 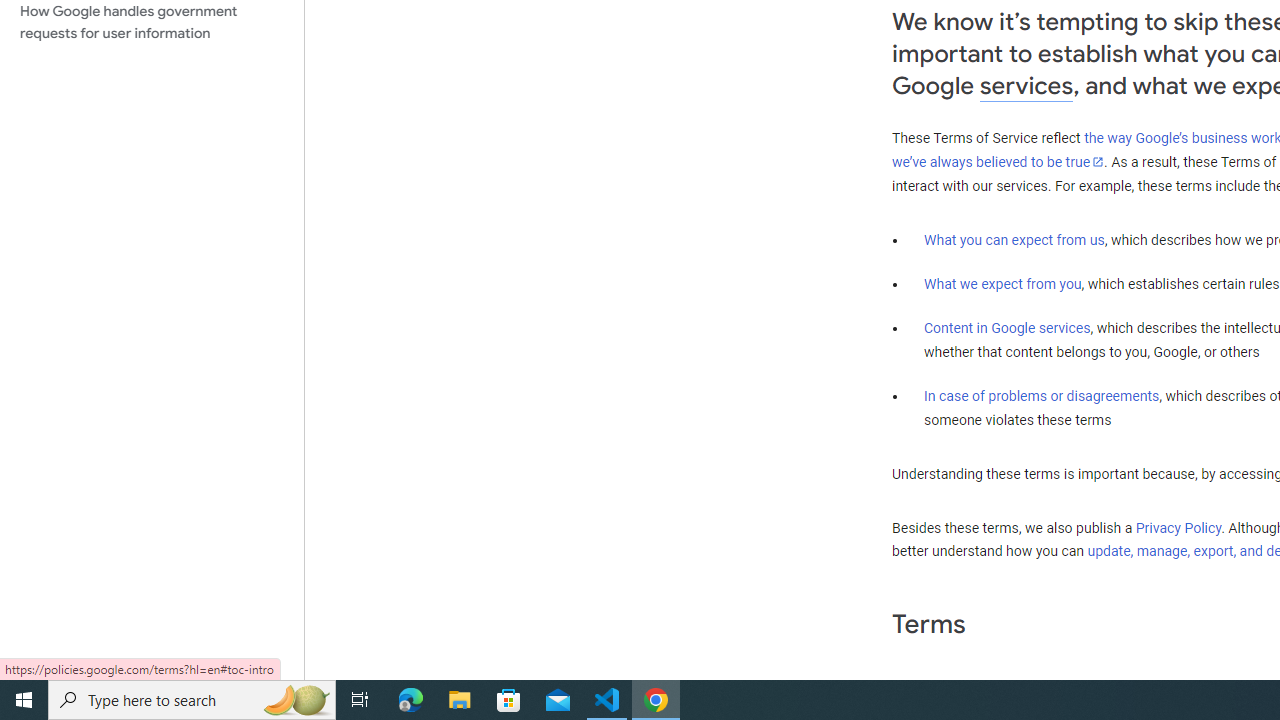 What do you see at coordinates (1040, 396) in the screenshot?
I see `'In case of problems or disagreements'` at bounding box center [1040, 396].